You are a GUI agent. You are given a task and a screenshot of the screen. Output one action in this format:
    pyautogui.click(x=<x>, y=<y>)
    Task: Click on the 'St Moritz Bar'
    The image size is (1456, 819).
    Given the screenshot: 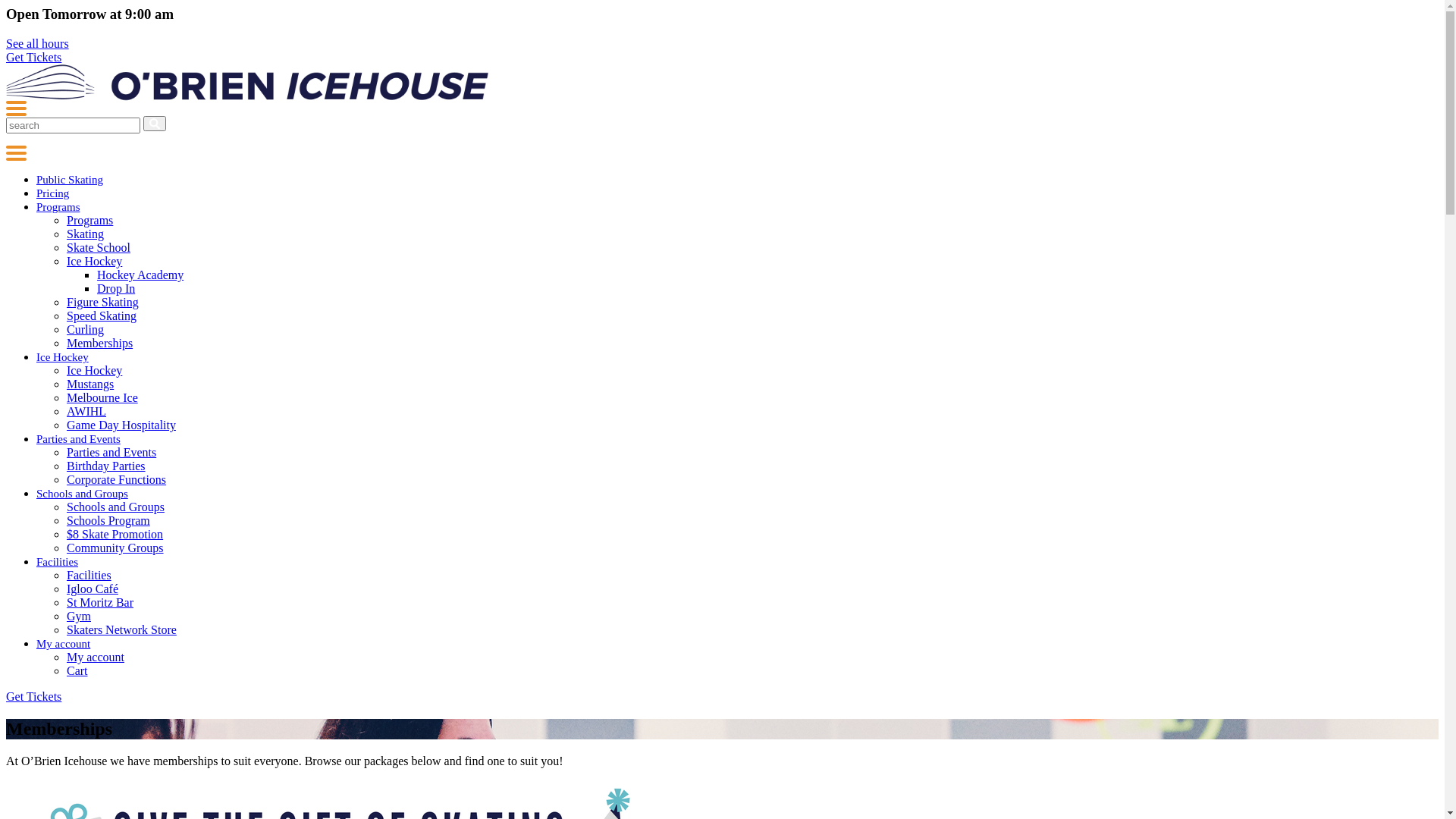 What is the action you would take?
    pyautogui.click(x=65, y=601)
    